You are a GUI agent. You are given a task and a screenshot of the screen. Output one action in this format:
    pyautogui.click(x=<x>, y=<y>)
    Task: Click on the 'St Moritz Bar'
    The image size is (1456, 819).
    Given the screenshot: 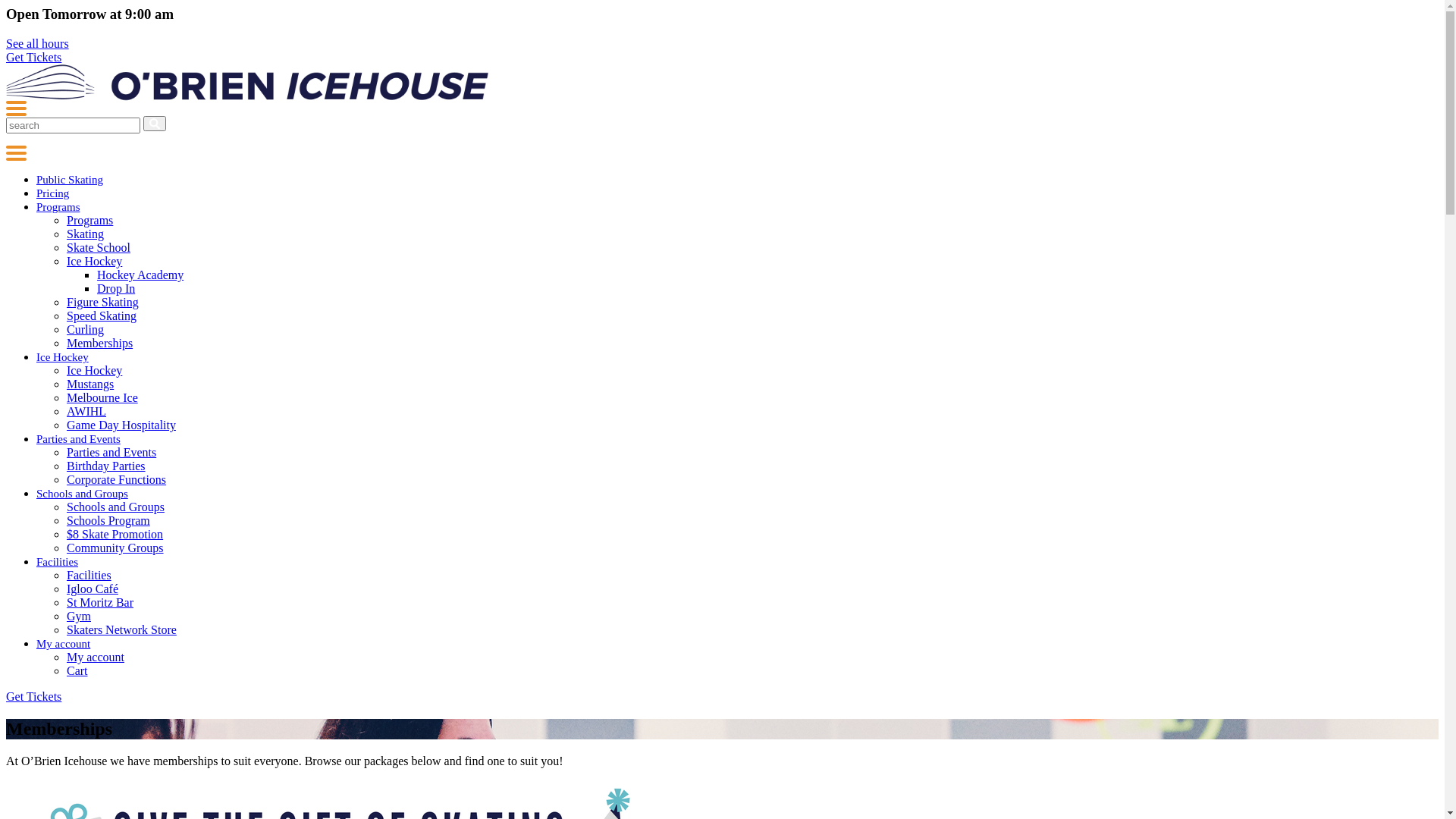 What is the action you would take?
    pyautogui.click(x=65, y=601)
    